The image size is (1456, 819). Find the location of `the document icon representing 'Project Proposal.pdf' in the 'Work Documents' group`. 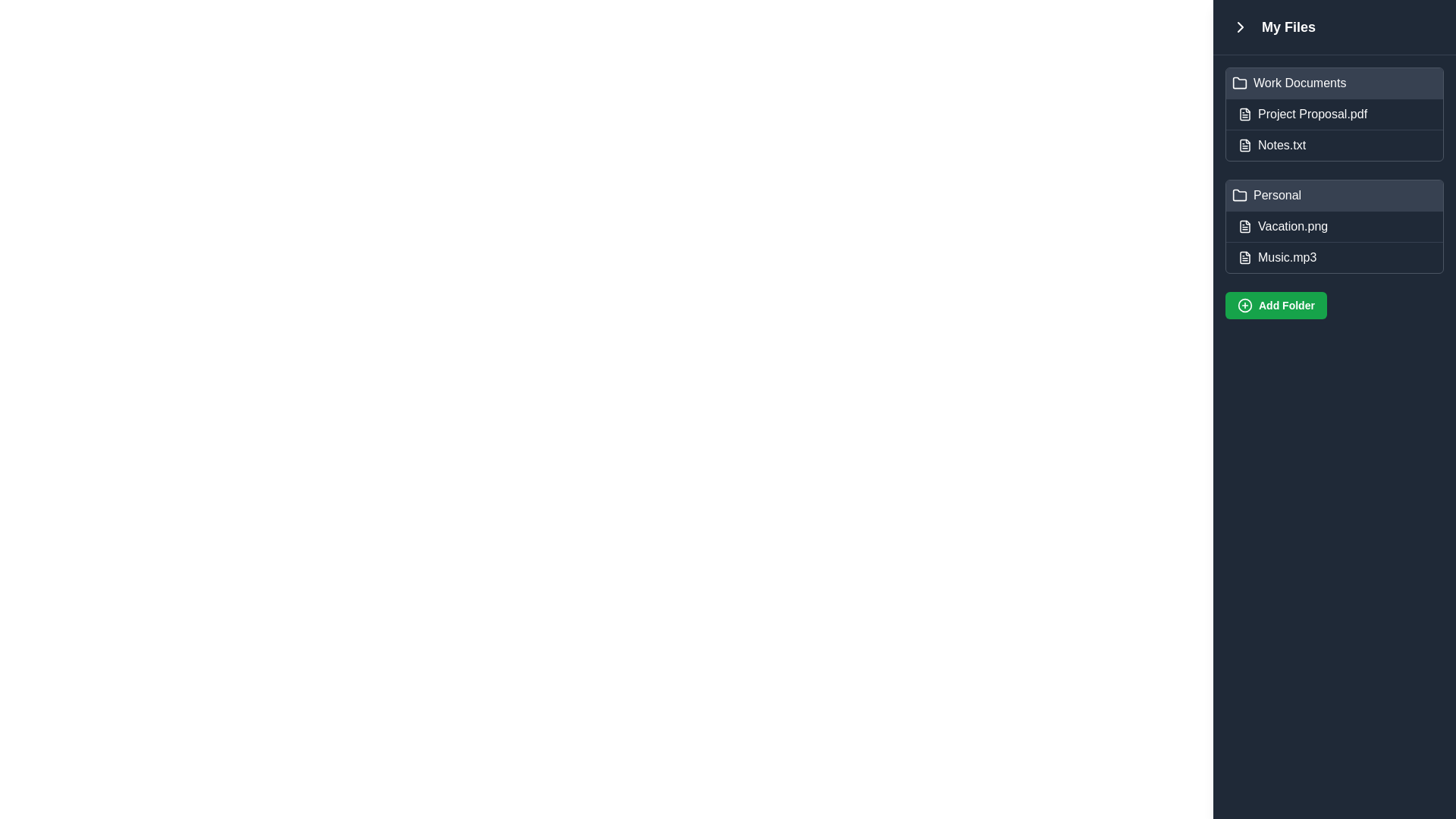

the document icon representing 'Project Proposal.pdf' in the 'Work Documents' group is located at coordinates (1244, 113).